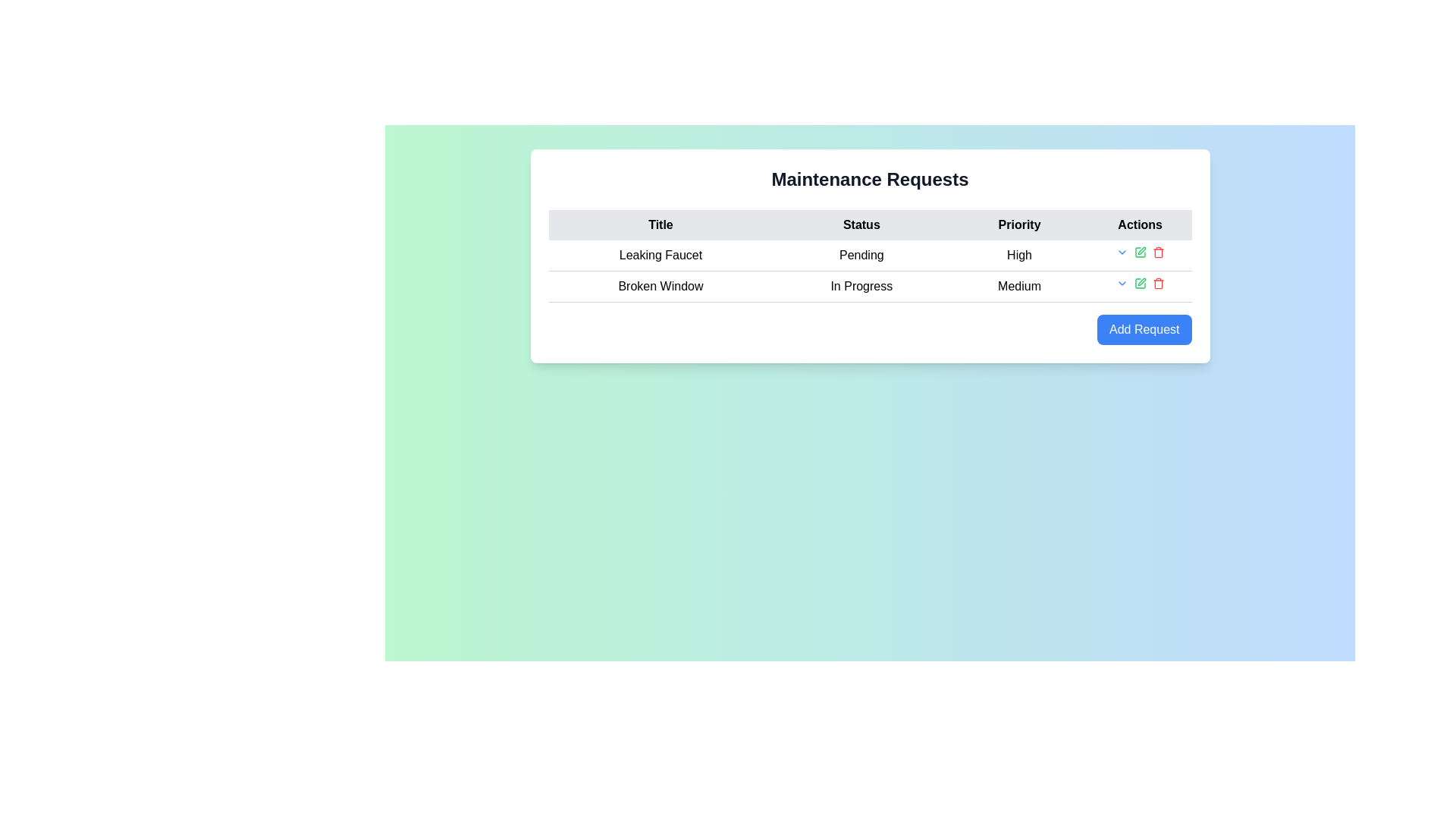 This screenshot has width=1456, height=819. What do you see at coordinates (1144, 329) in the screenshot?
I see `the blue rectangular button labeled 'Add Request' located at the bottom right corner of the 'Maintenance Requests' panel to initiate adding a request` at bounding box center [1144, 329].